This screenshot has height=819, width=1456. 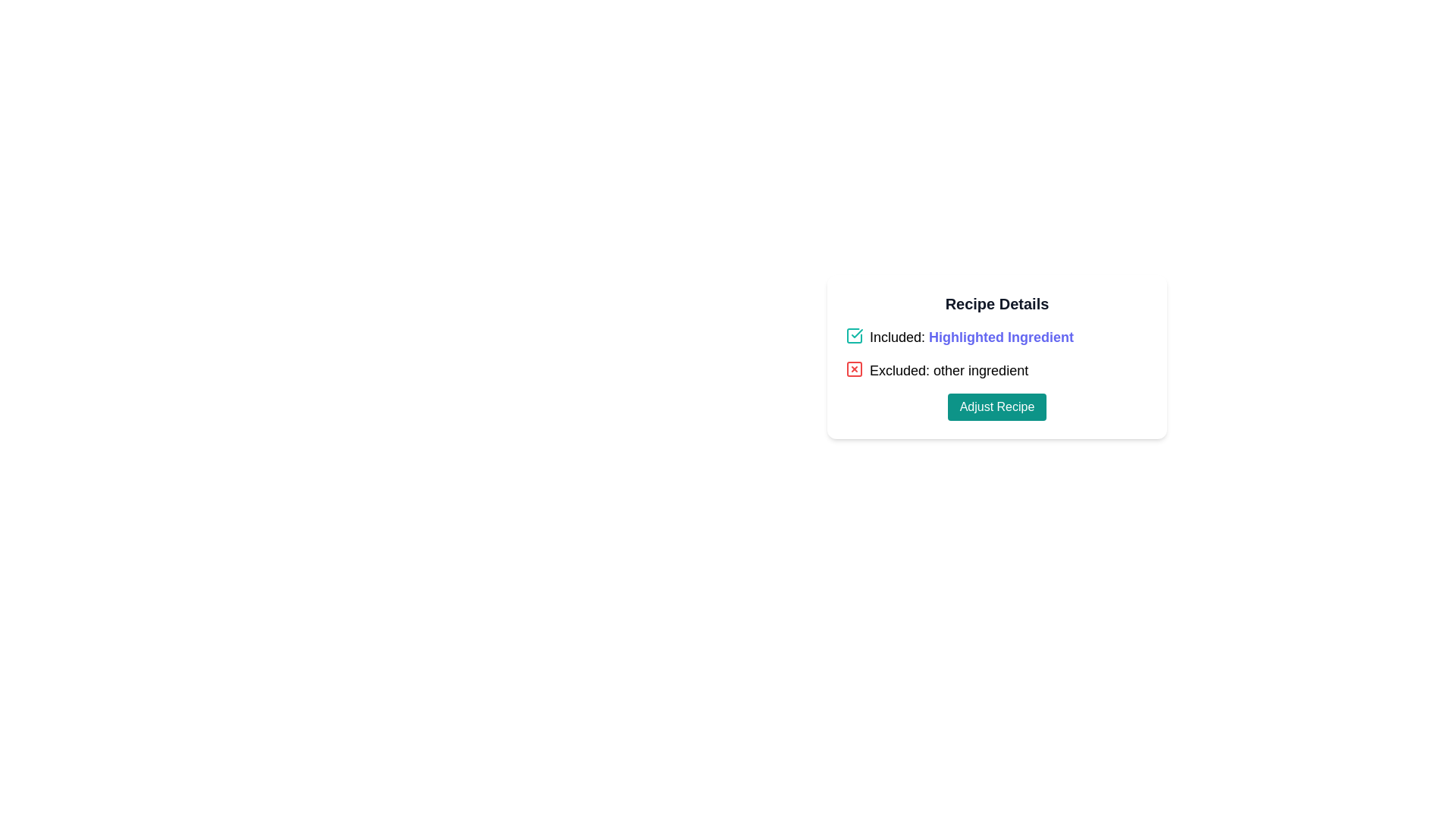 I want to click on the text label 'Highlighted Ingredient', which is styled in bold indigo color and located within the 'Included: Highlighted Ingredient' section of the 'Recipe Details' card, so click(x=1001, y=336).